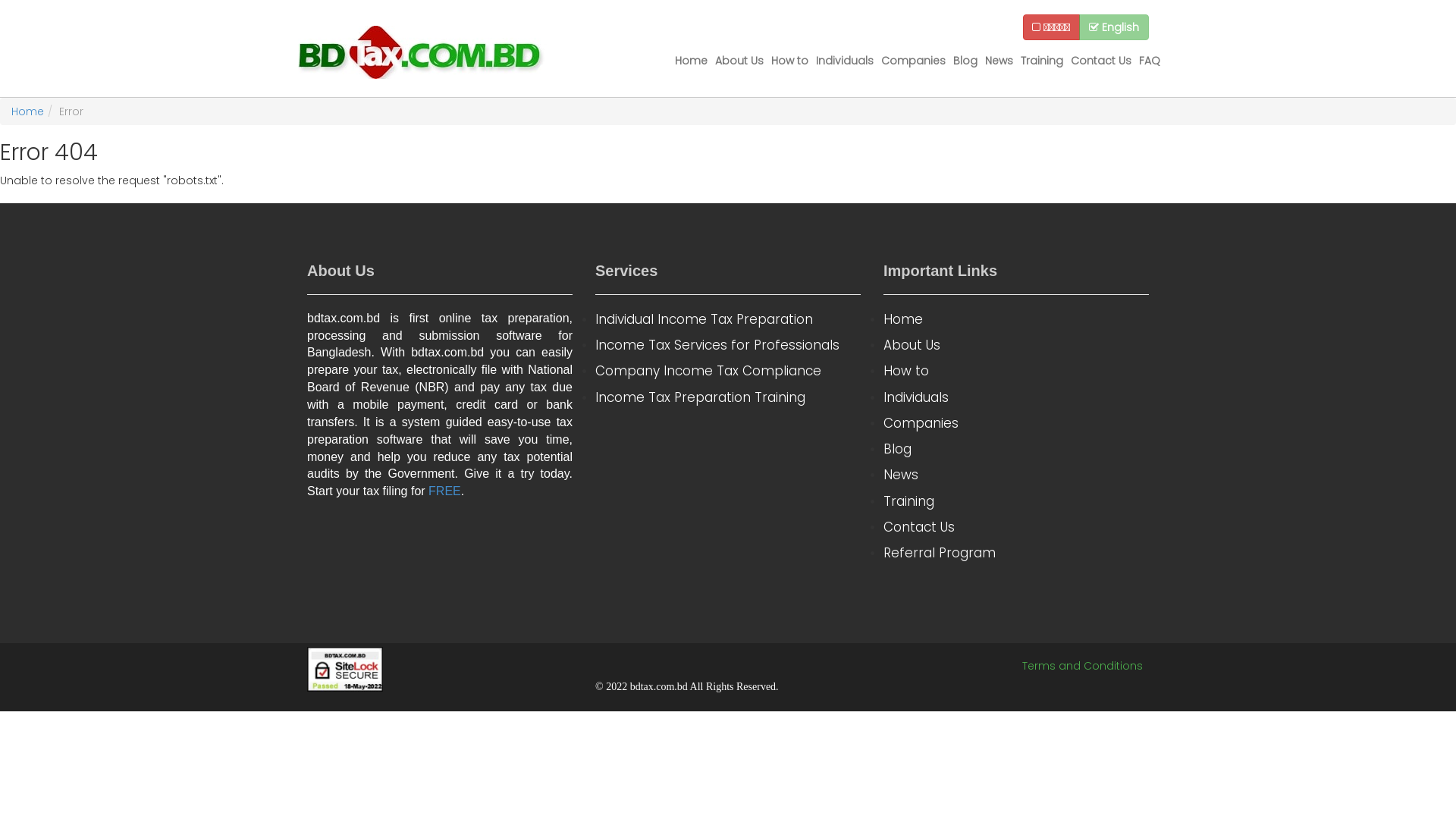 The width and height of the screenshot is (1456, 819). I want to click on 'Individual Income Tax Preparation', so click(728, 318).